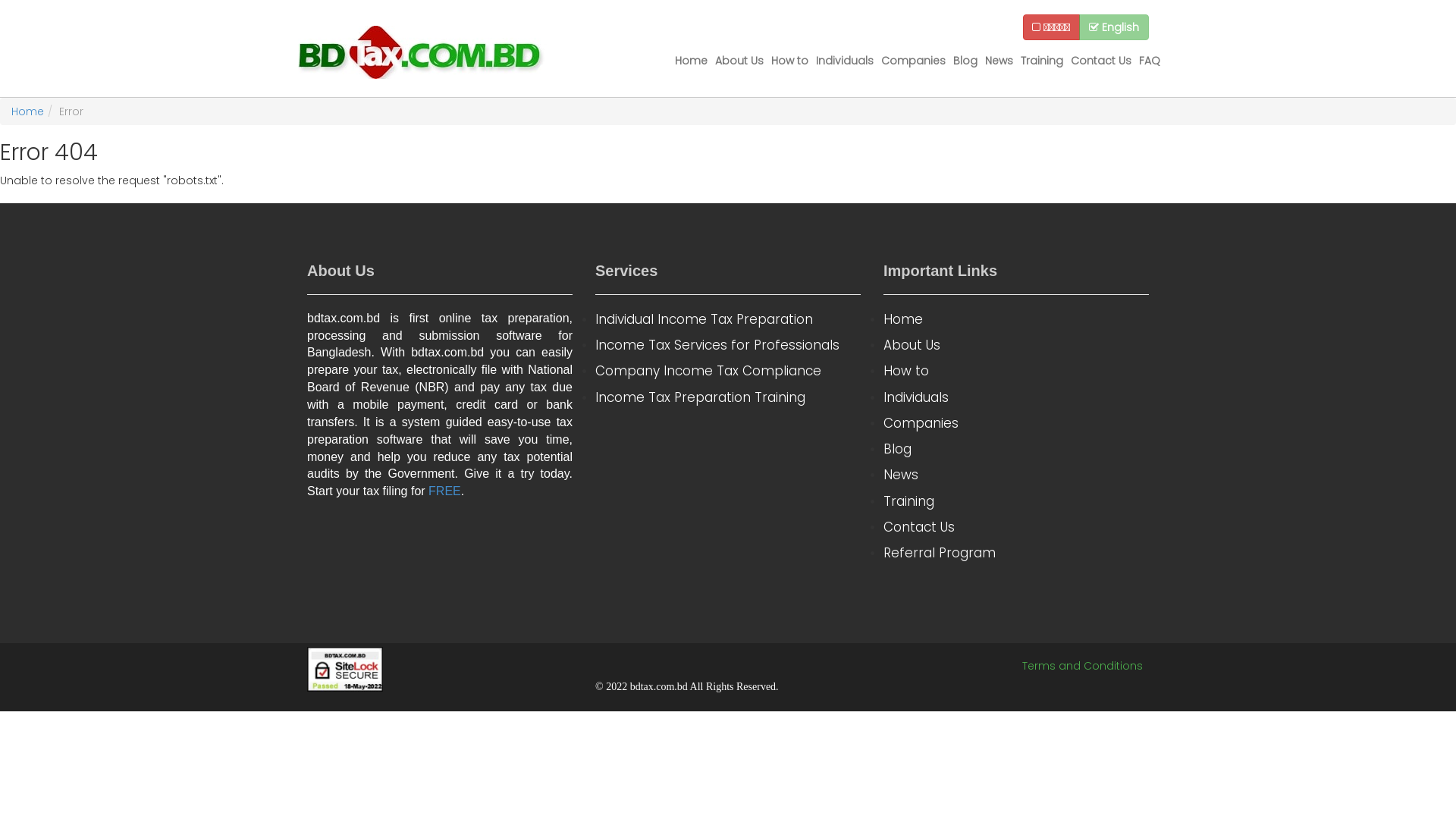 The width and height of the screenshot is (1456, 819). I want to click on 'Individual Income Tax Preparation', so click(728, 318).